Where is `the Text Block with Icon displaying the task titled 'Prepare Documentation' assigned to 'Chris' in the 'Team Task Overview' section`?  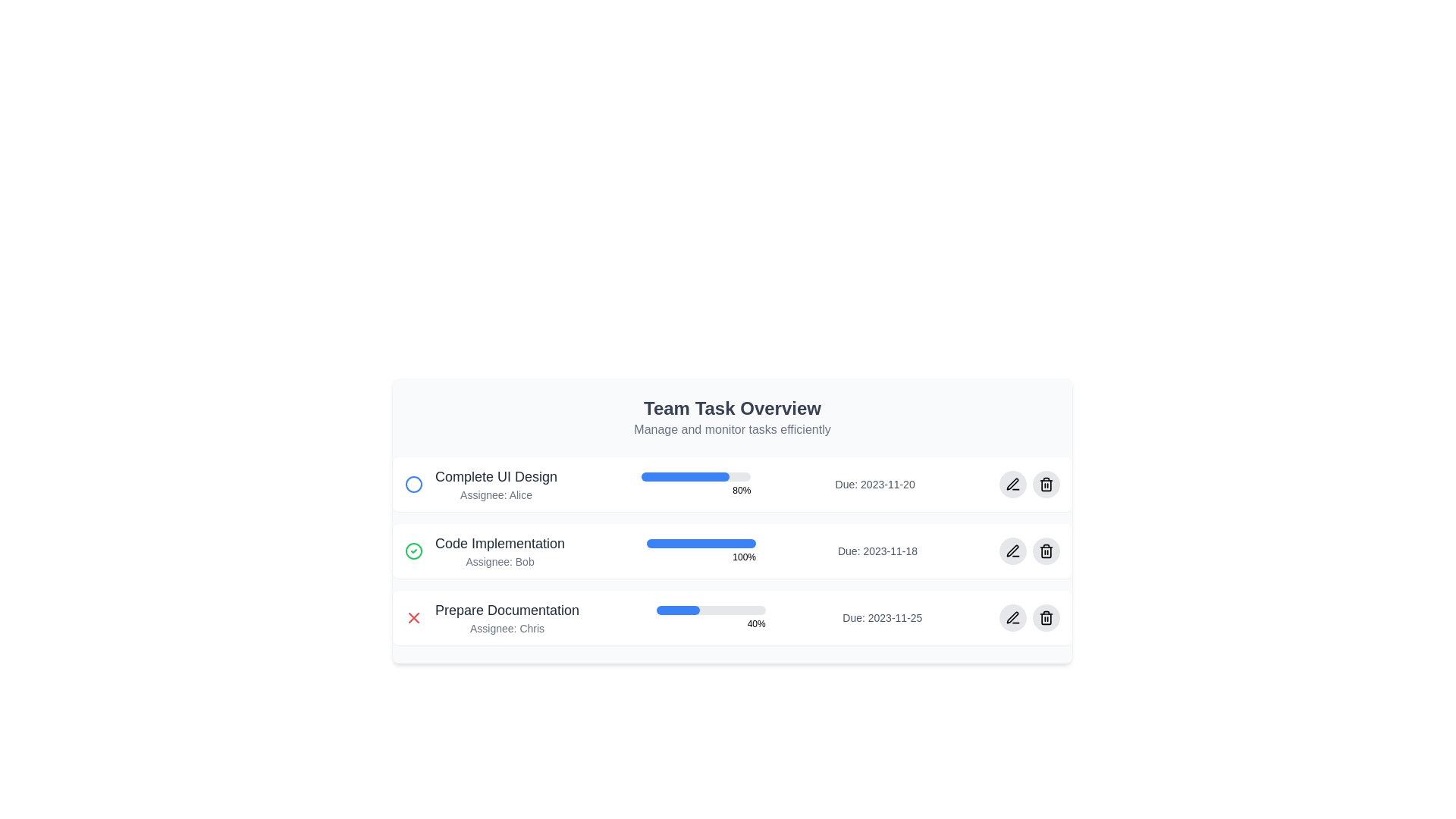 the Text Block with Icon displaying the task titled 'Prepare Documentation' assigned to 'Chris' in the 'Team Task Overview' section is located at coordinates (491, 617).